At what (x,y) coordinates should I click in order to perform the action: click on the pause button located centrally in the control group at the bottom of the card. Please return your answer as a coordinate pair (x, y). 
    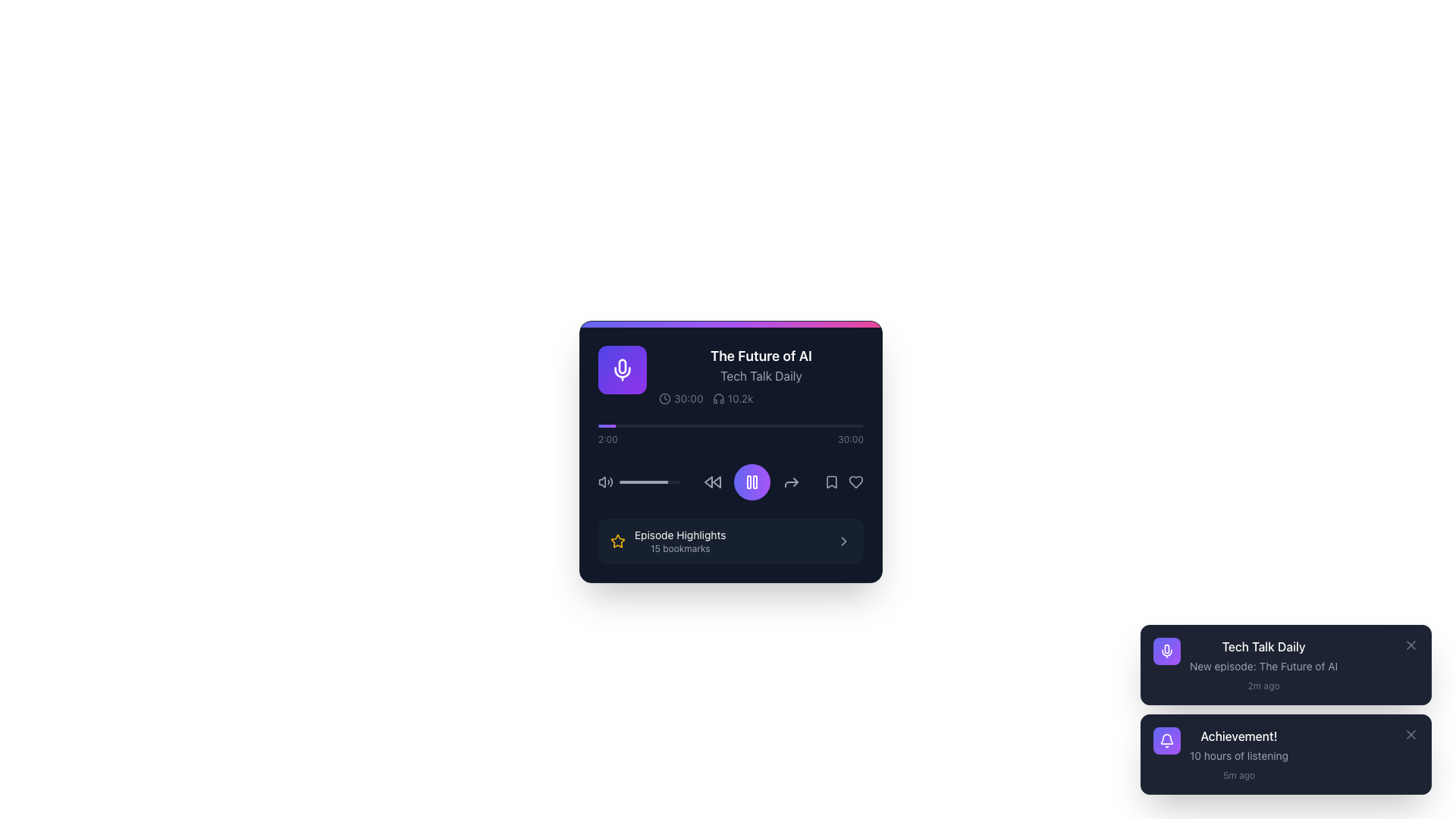
    Looking at the image, I should click on (752, 482).